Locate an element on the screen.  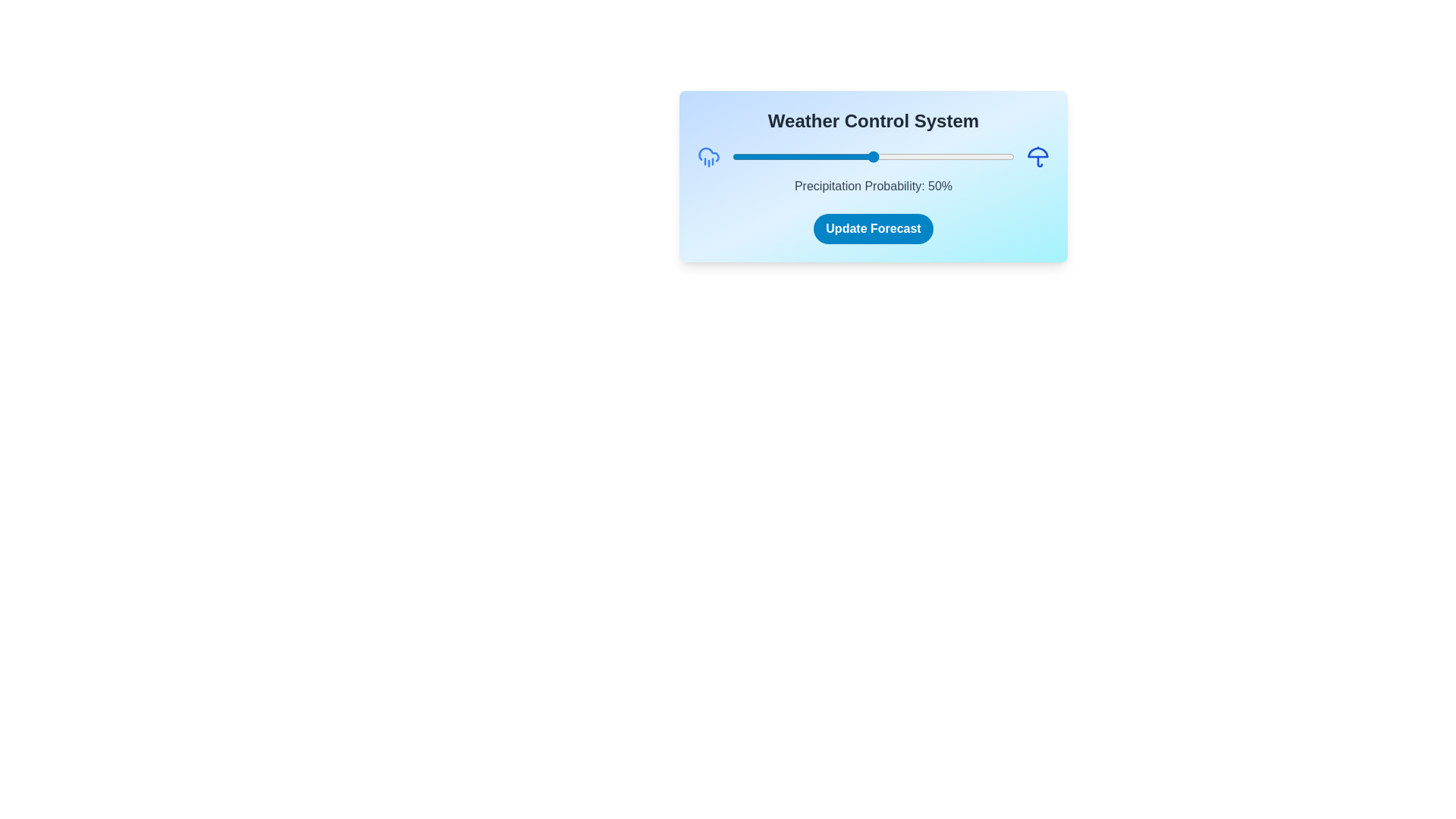
the precipitation probability slider to 80% is located at coordinates (957, 157).